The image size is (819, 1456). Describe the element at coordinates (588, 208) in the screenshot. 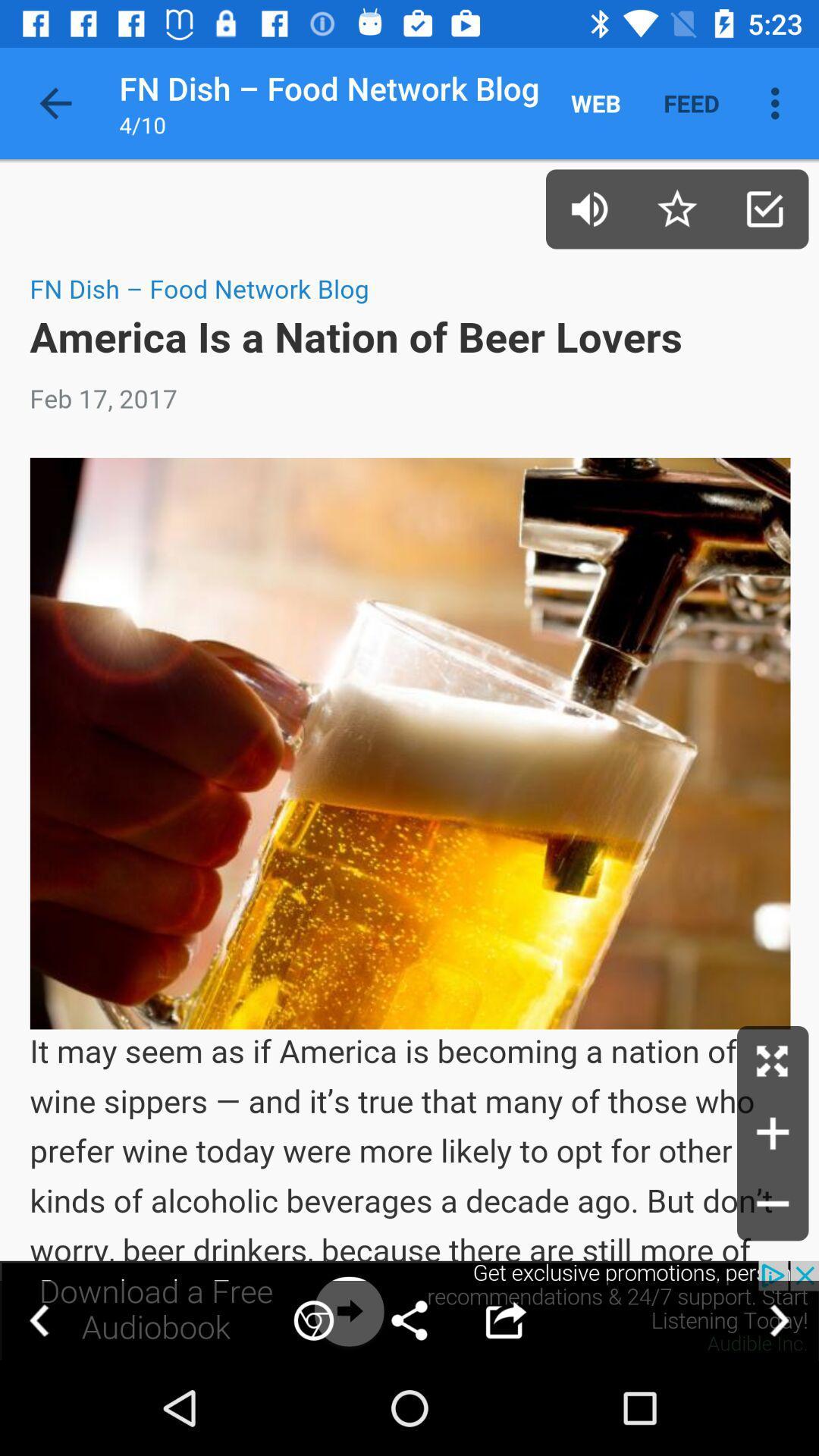

I see `sount` at that location.